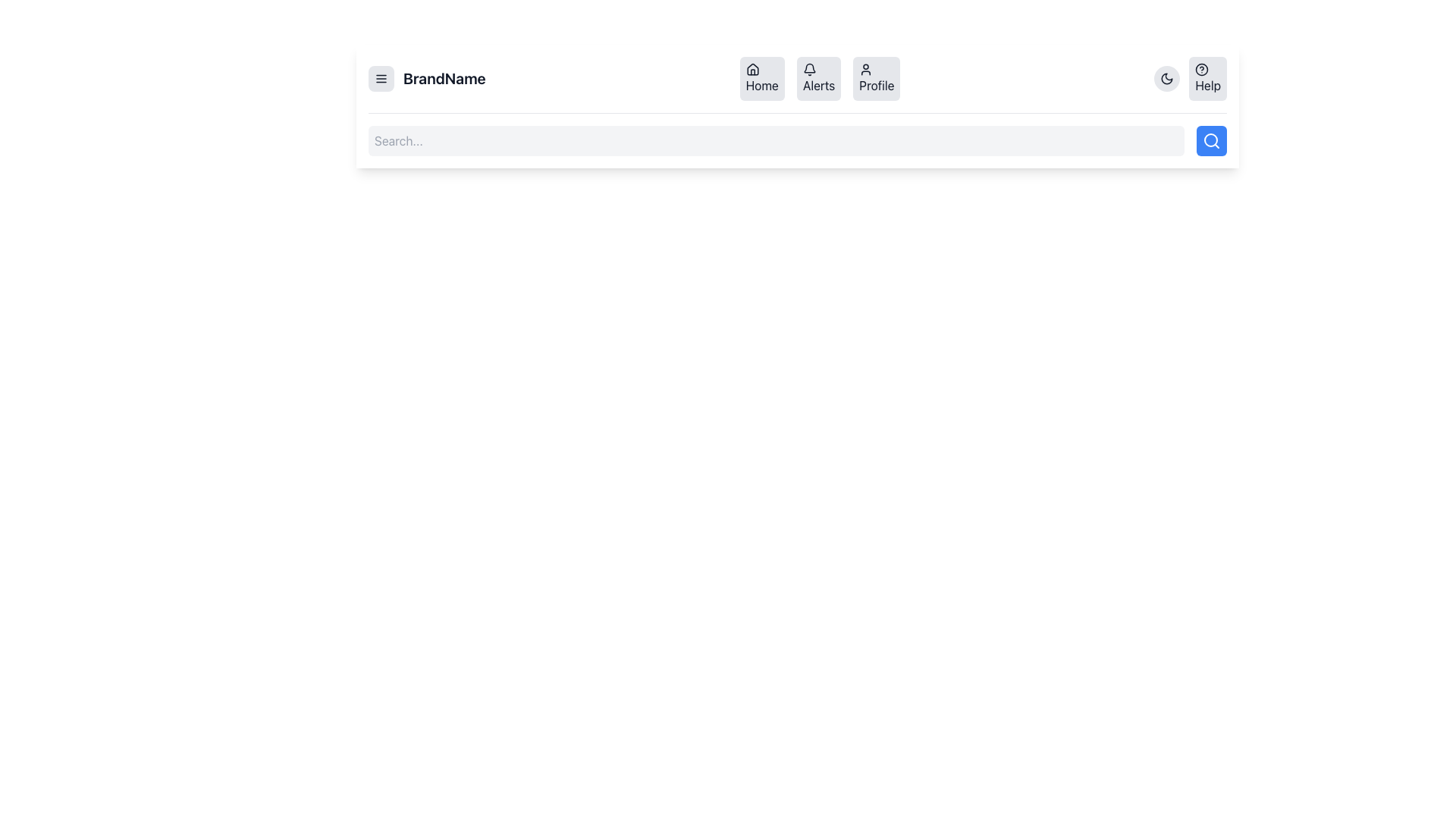  What do you see at coordinates (752, 69) in the screenshot?
I see `the stylized house icon within the 'Home' button located in the top-right section of the header bar` at bounding box center [752, 69].